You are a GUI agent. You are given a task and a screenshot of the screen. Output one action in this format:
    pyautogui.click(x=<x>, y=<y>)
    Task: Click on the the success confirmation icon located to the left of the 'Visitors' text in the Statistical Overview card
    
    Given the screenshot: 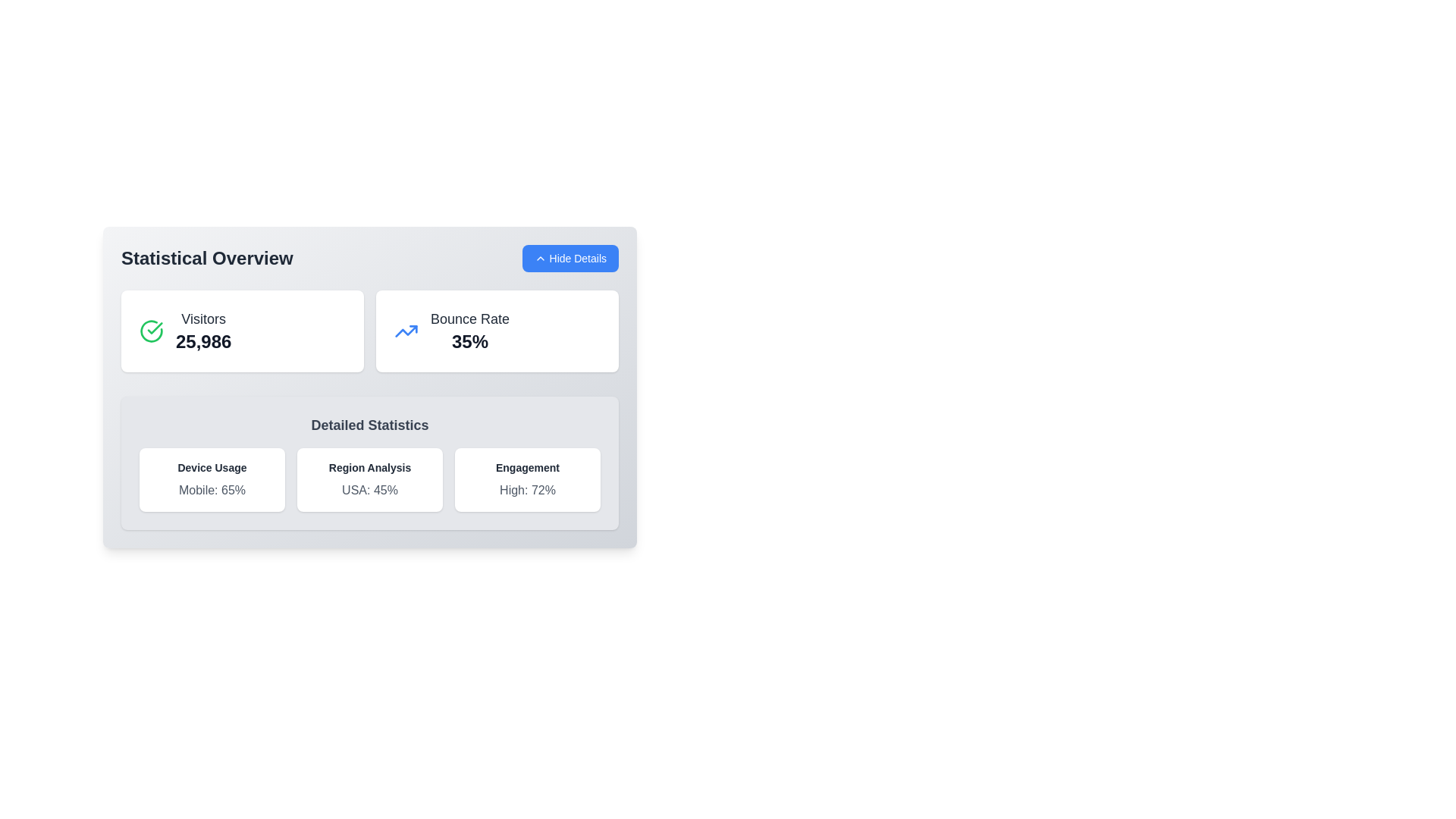 What is the action you would take?
    pyautogui.click(x=152, y=330)
    